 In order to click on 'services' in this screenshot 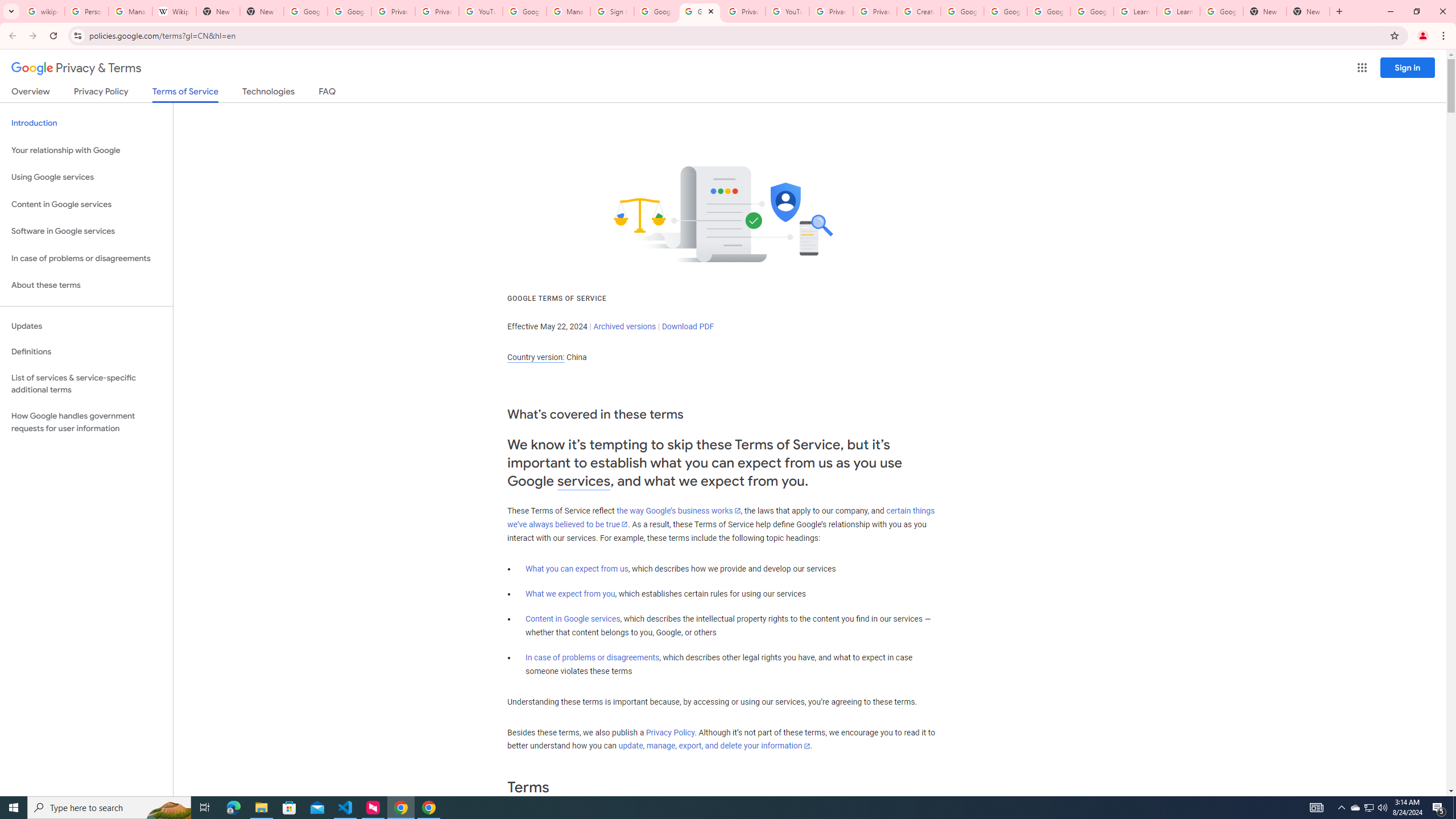, I will do `click(584, 481)`.